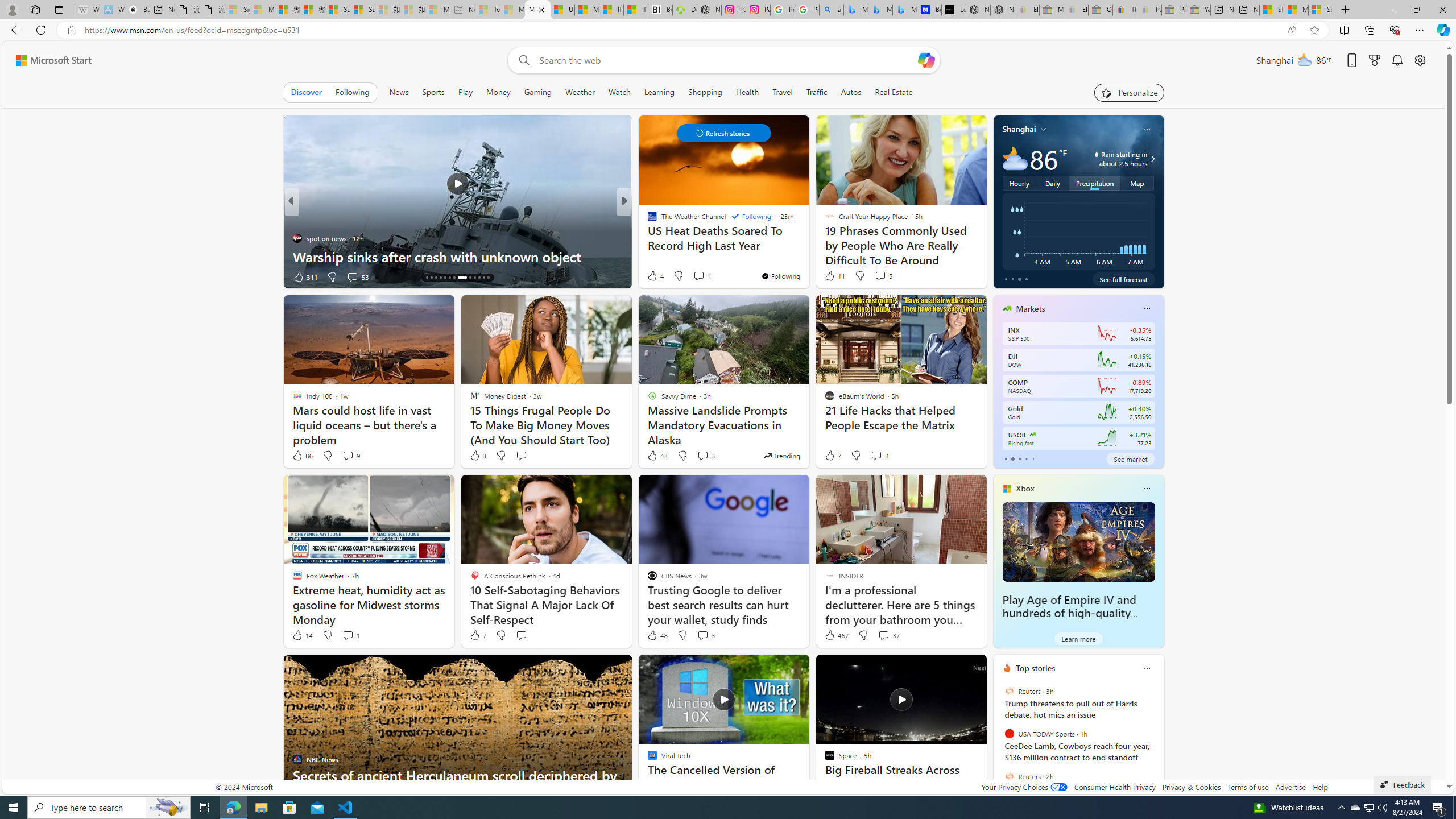  I want to click on 'AutomationID: tab-18', so click(445, 277).